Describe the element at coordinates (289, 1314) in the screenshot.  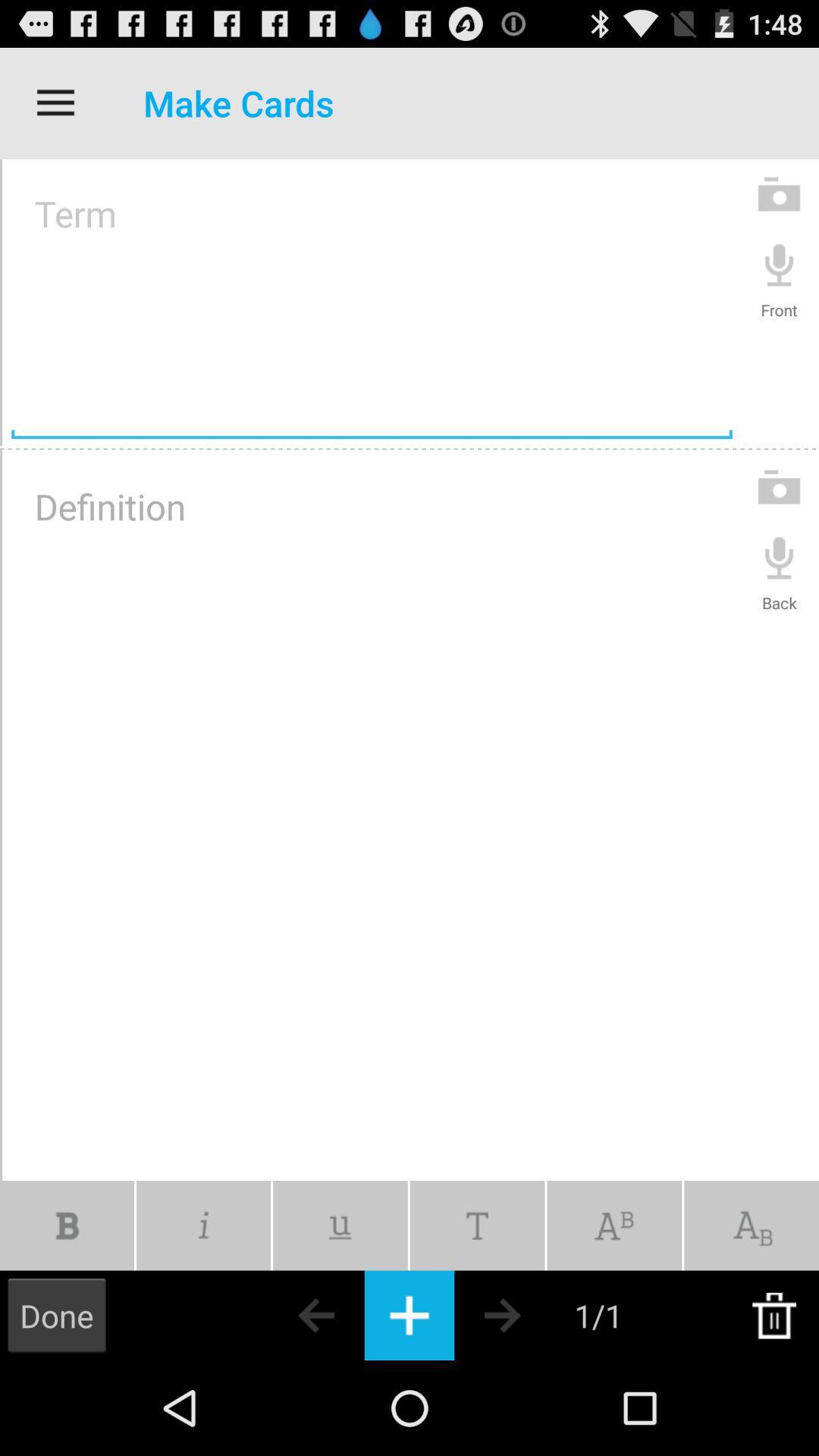
I see `go abck` at that location.